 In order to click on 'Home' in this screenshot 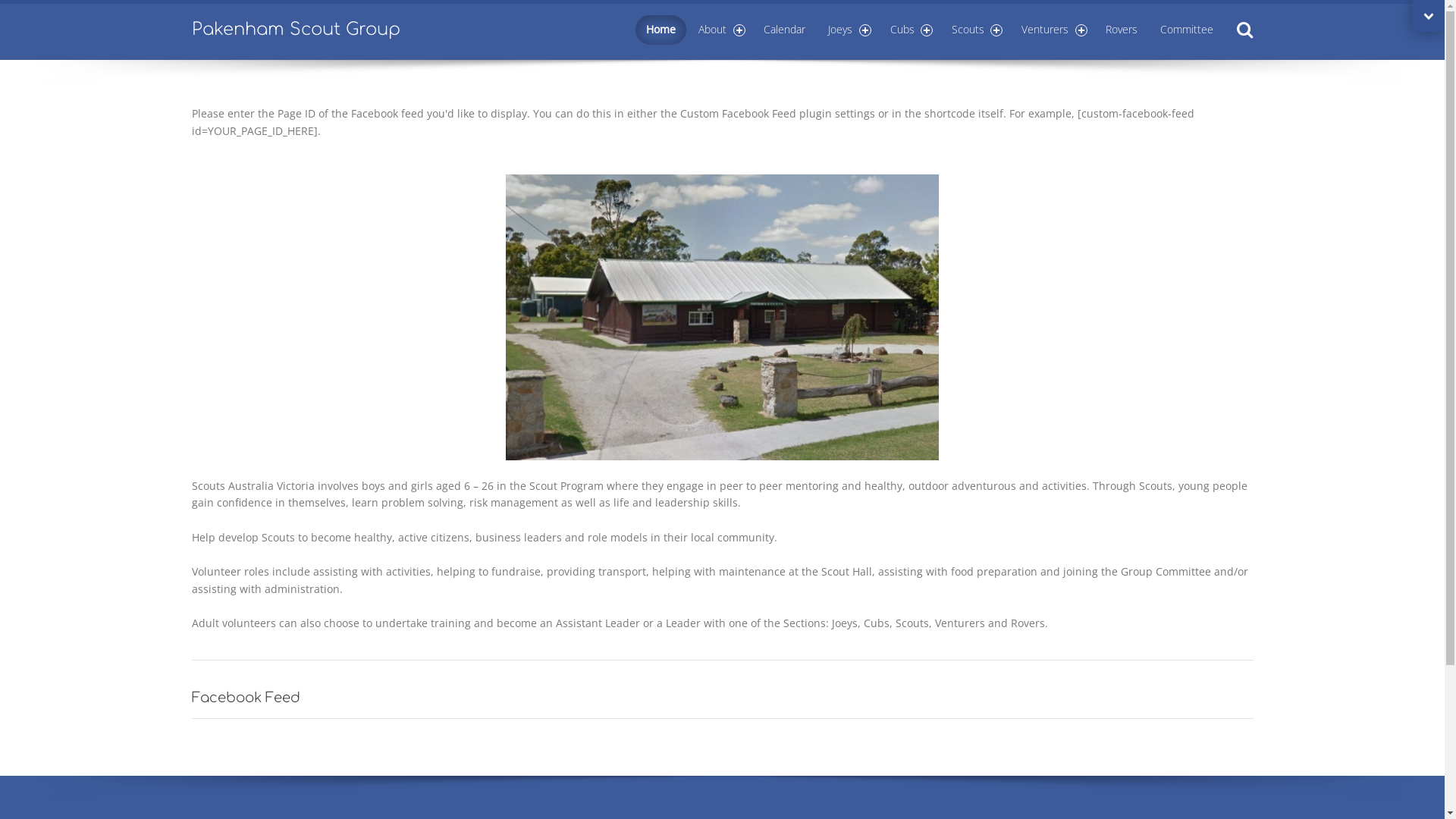, I will do `click(661, 30)`.